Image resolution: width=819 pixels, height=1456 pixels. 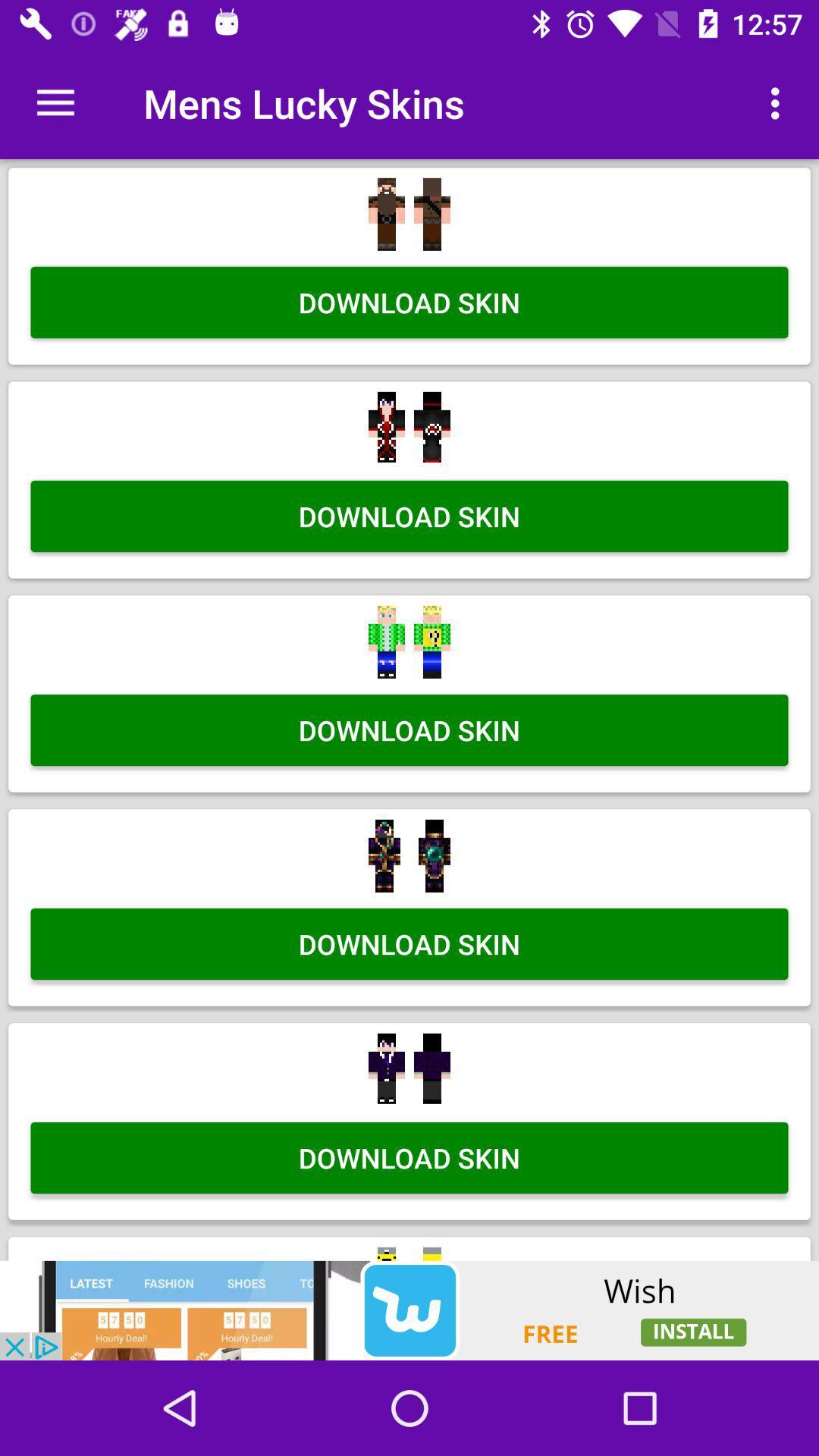 I want to click on advertisement for installing wish, so click(x=409, y=1310).